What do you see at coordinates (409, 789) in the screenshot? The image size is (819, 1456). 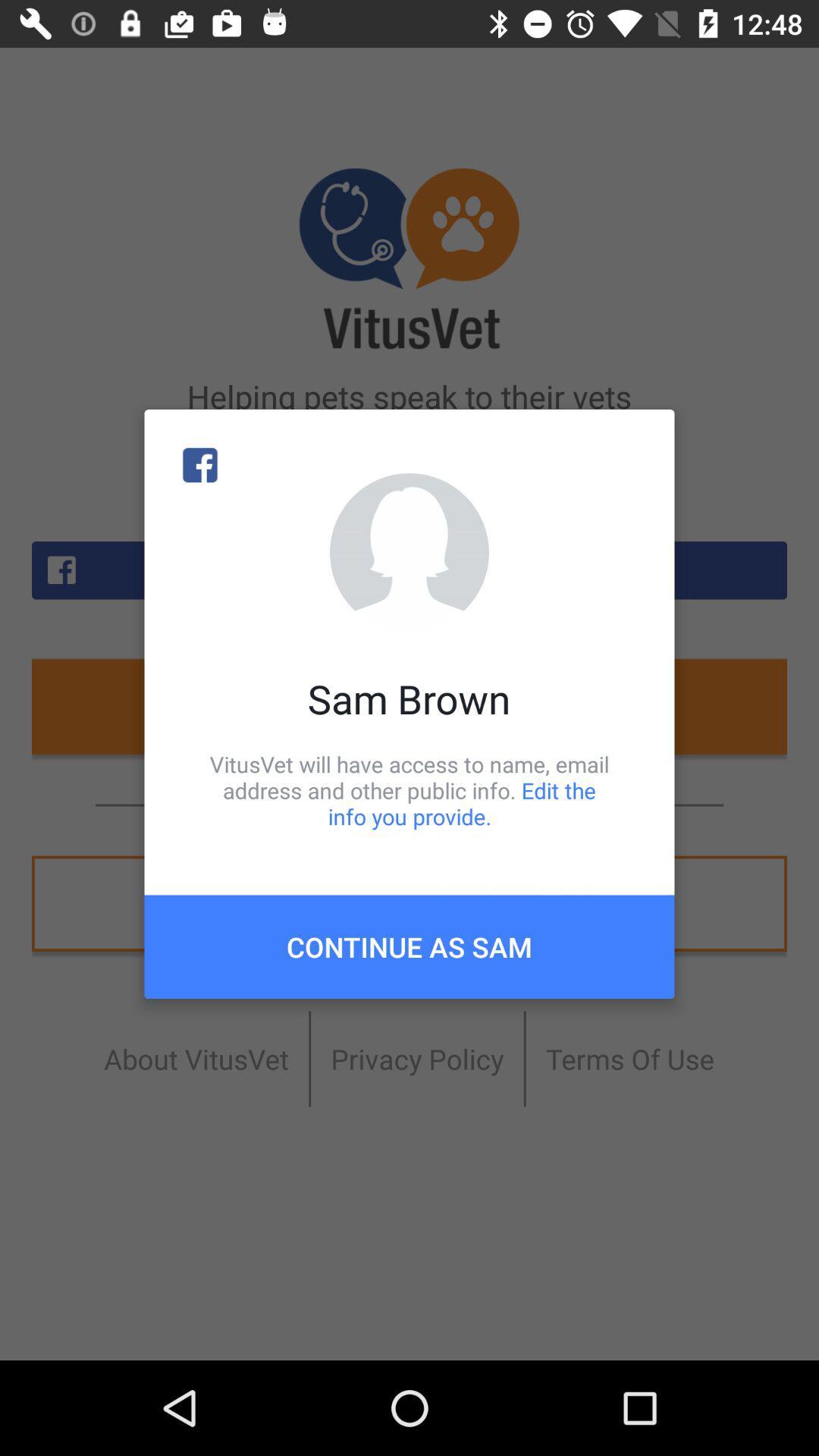 I see `the icon above continue as sam item` at bounding box center [409, 789].